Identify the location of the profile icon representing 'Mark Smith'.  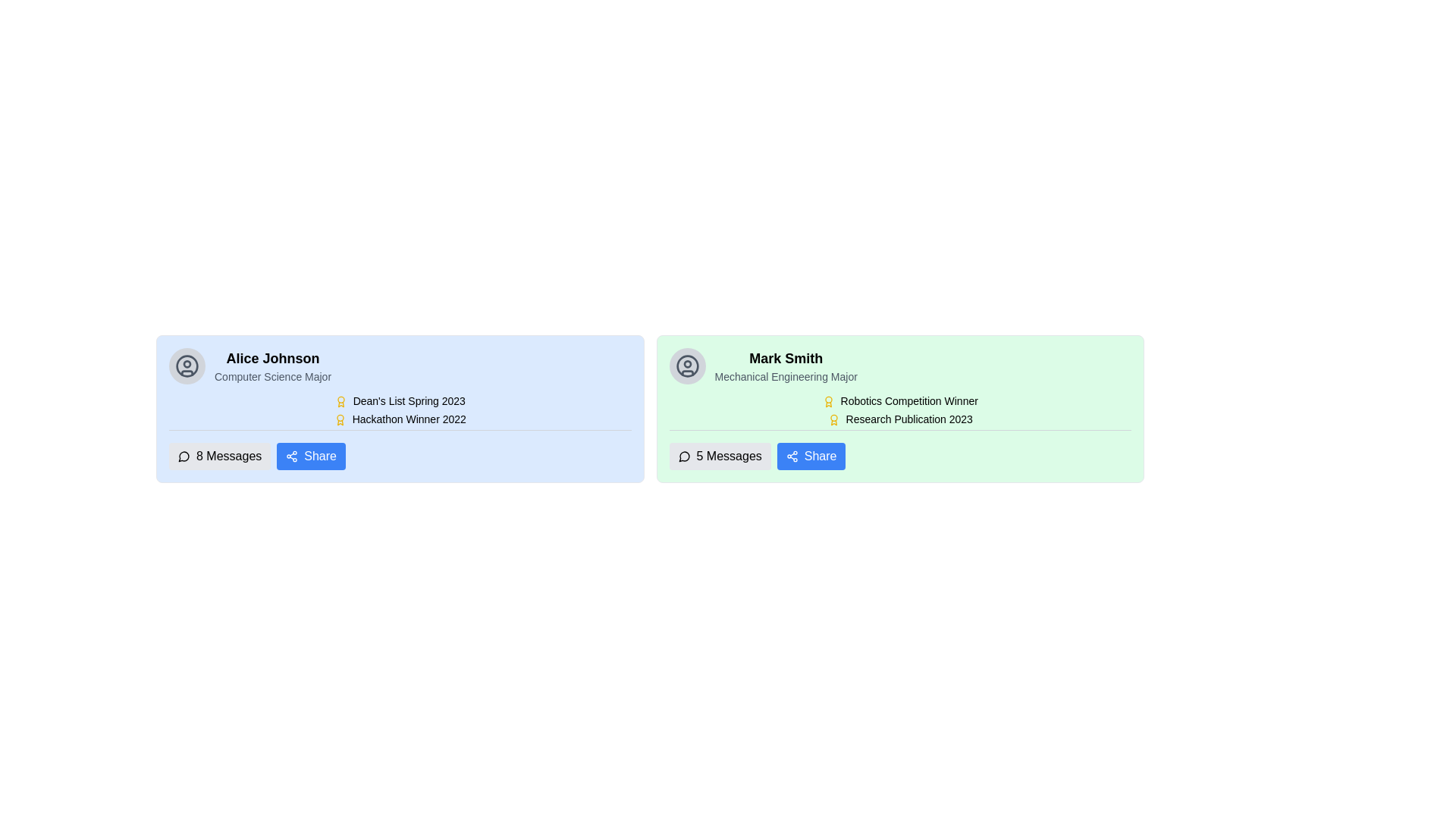
(686, 366).